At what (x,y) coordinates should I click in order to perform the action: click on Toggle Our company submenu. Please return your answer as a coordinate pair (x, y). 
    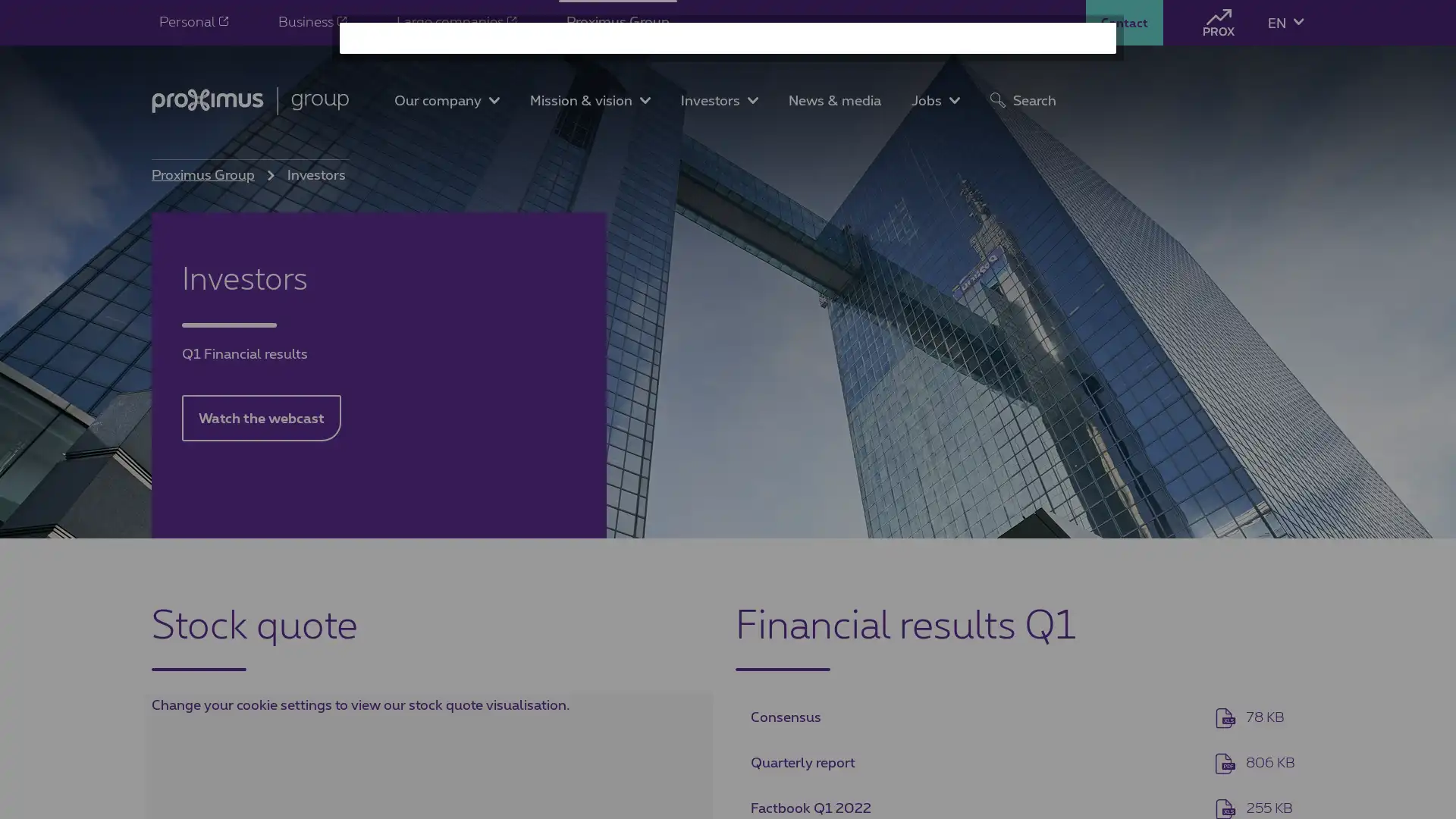
    Looking at the image, I should click on (446, 100).